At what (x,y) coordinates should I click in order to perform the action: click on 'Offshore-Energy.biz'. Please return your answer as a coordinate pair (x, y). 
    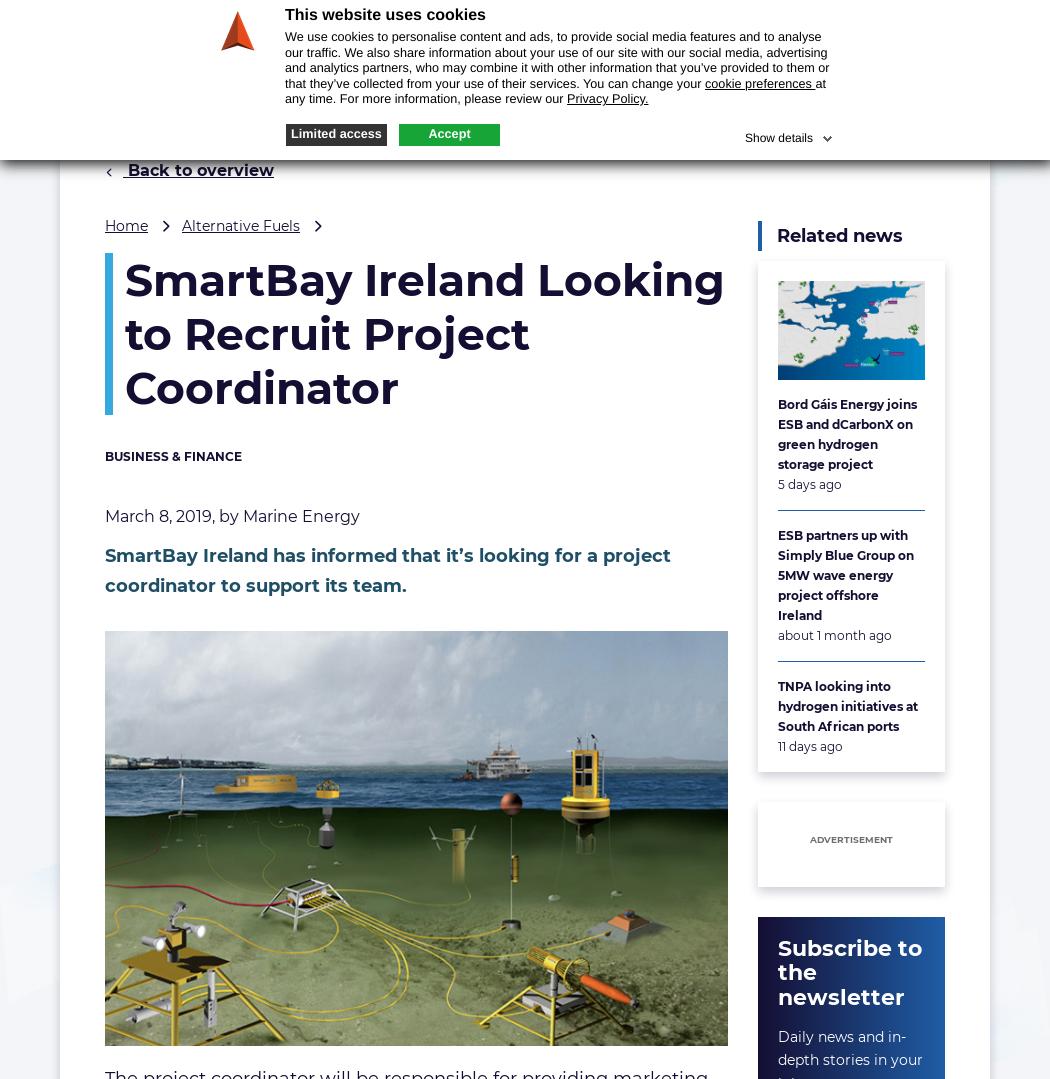
    Looking at the image, I should click on (65, 19).